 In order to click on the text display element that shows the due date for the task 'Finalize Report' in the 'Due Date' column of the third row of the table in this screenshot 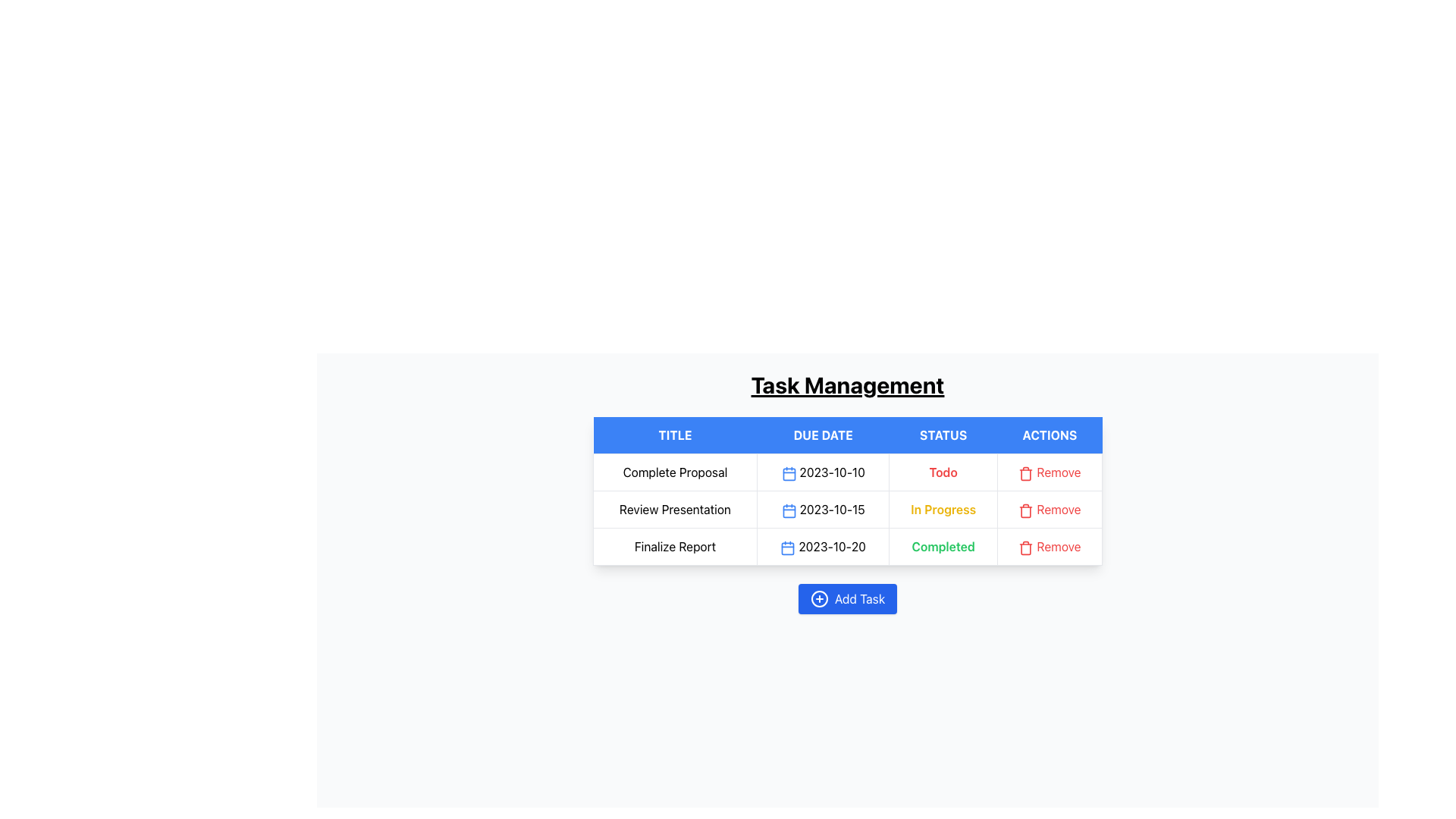, I will do `click(822, 547)`.